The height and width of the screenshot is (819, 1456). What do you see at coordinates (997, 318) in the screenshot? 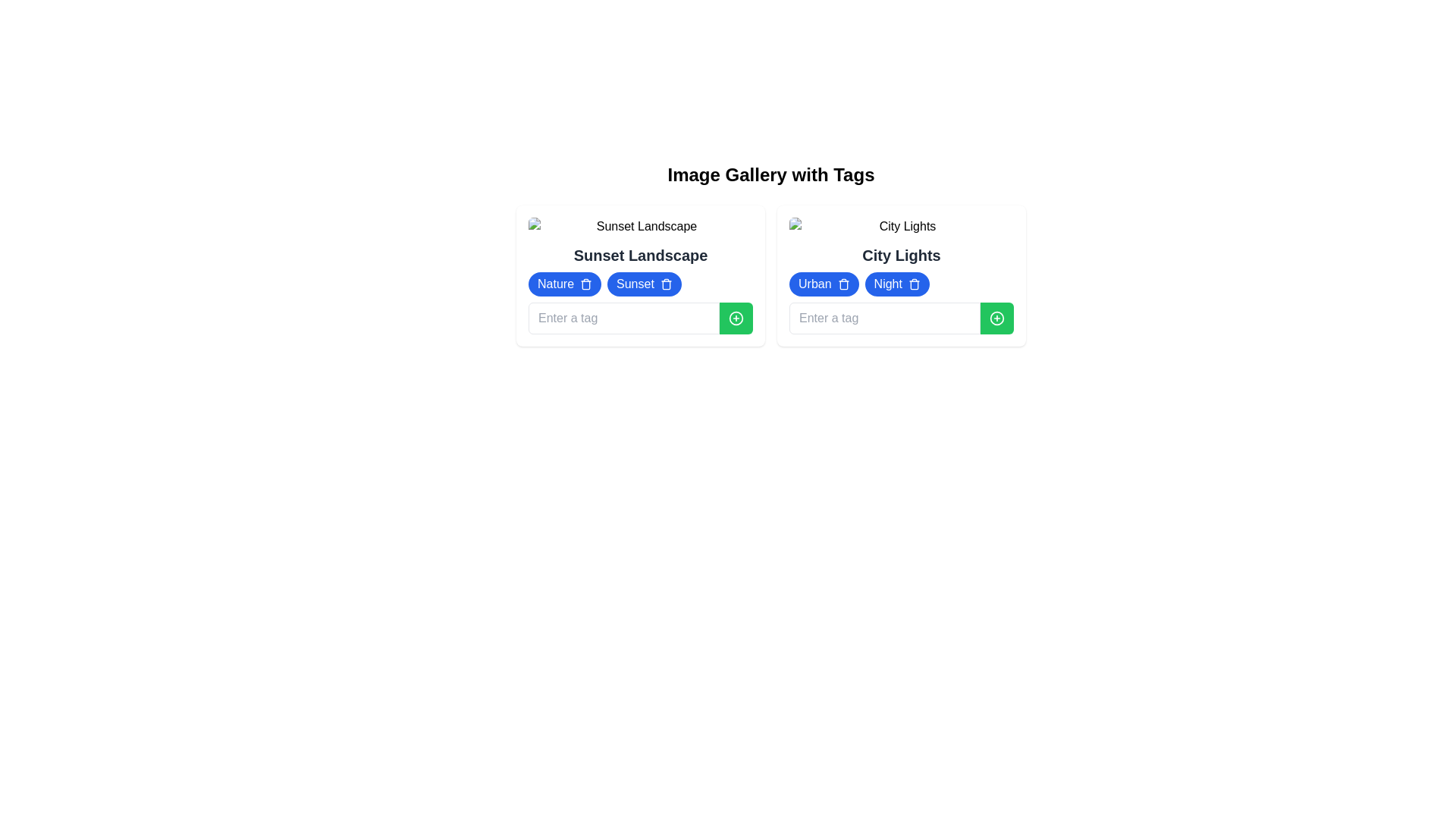
I see `the green circle-shaped icon with a '+' symbol in its center, located on the right side of the text input field under the 'City Lights' section` at bounding box center [997, 318].